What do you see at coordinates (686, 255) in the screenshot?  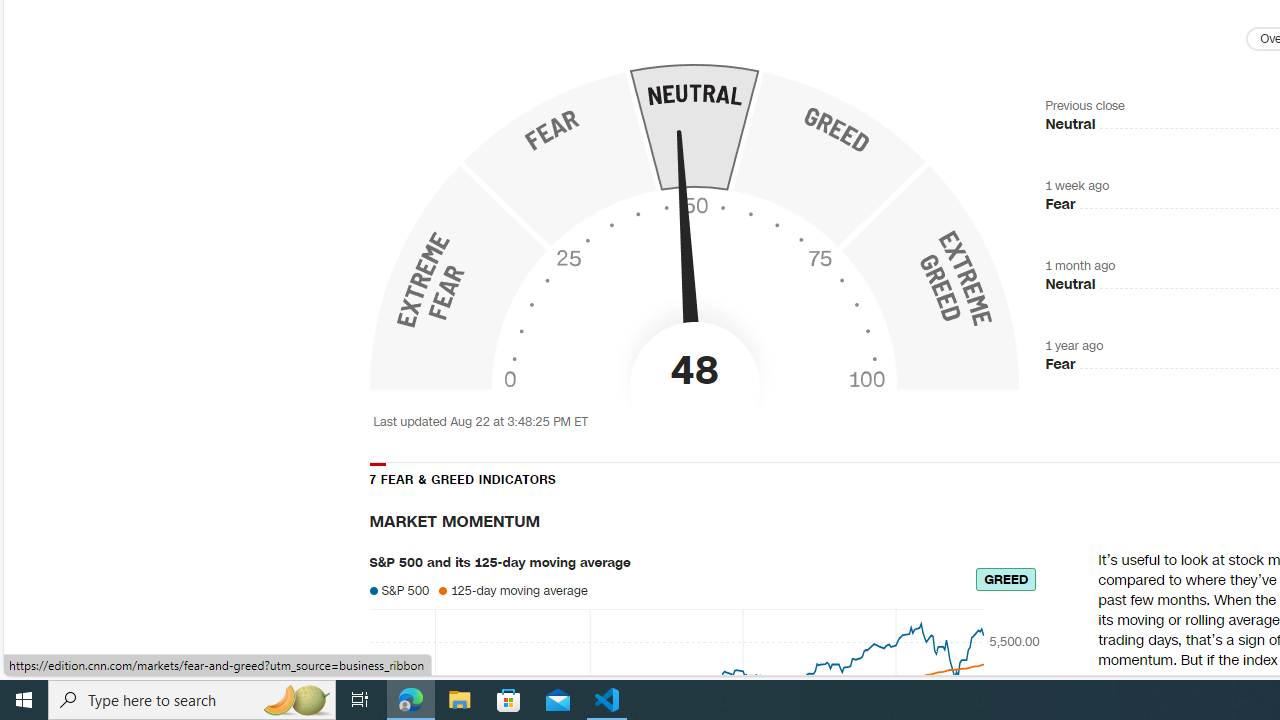 I see `'Class: market-fng-gauge__hand-svg'` at bounding box center [686, 255].